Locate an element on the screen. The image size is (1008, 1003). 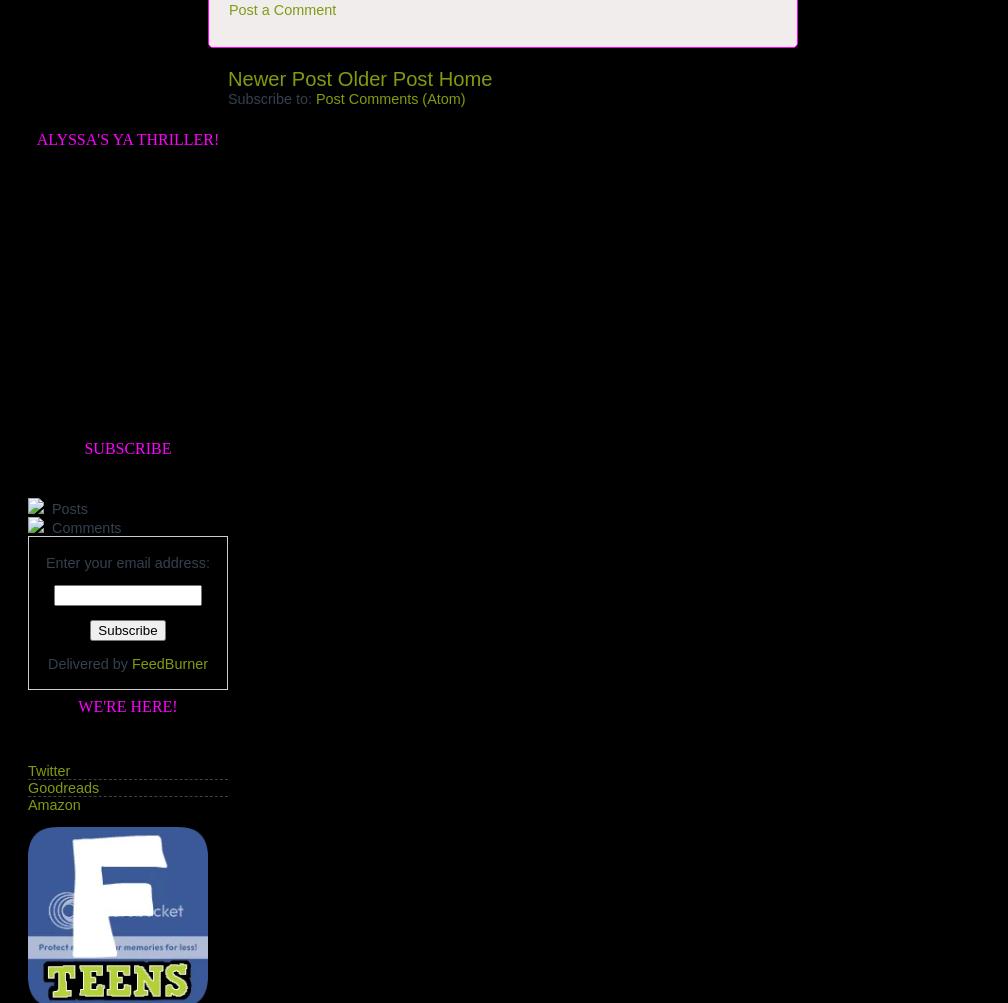
'Home' is located at coordinates (464, 79).